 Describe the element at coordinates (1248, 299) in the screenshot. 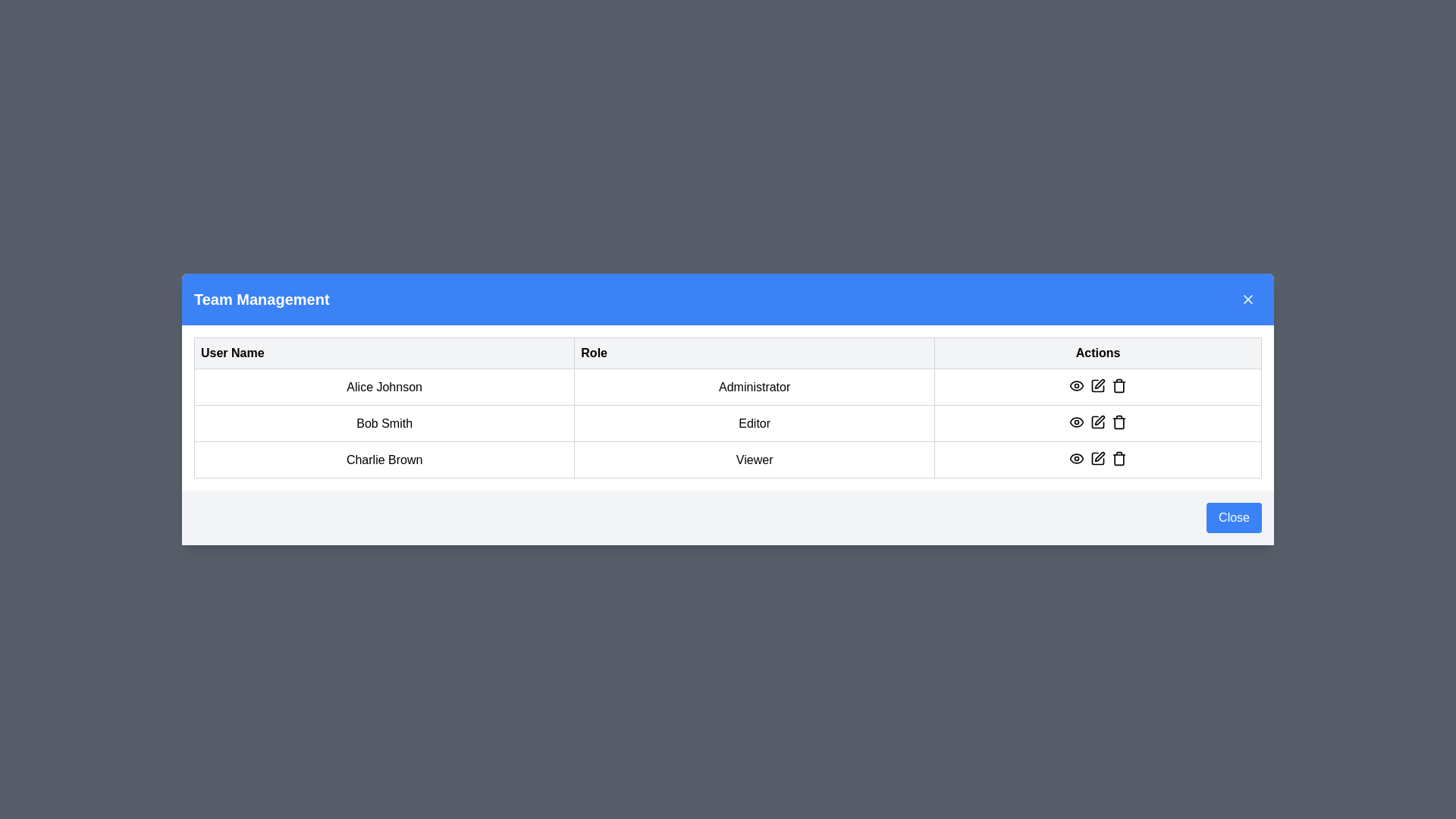

I see `the small button with a white cross icon against a blue background located in the top-right corner of the 'Team Management' header` at that location.